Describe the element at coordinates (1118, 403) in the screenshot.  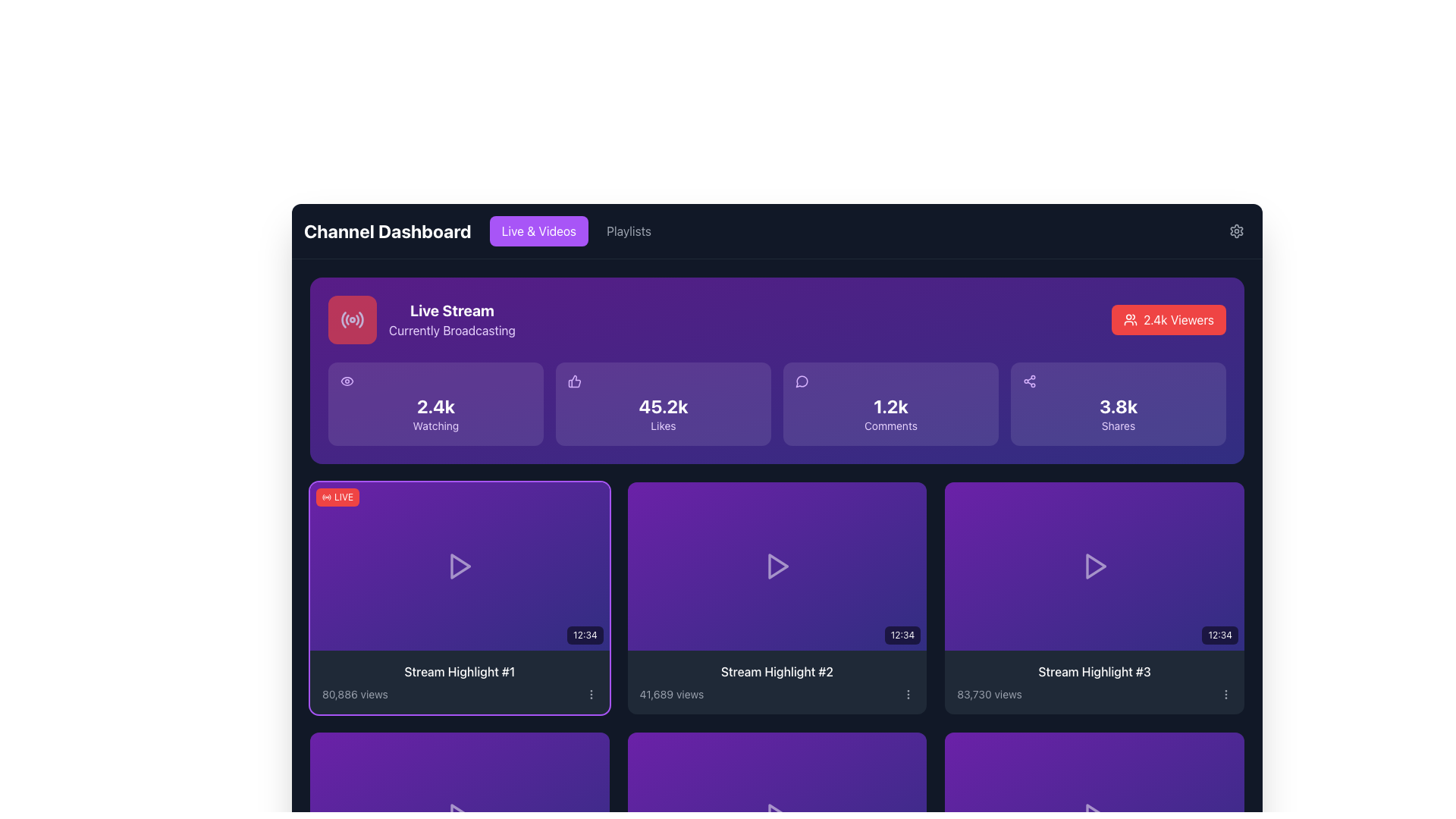
I see `the Statistic card displaying the count of shares, located in the fourth position from the left in the grid layout, adjacent to the '1.2k Comments' card` at that location.